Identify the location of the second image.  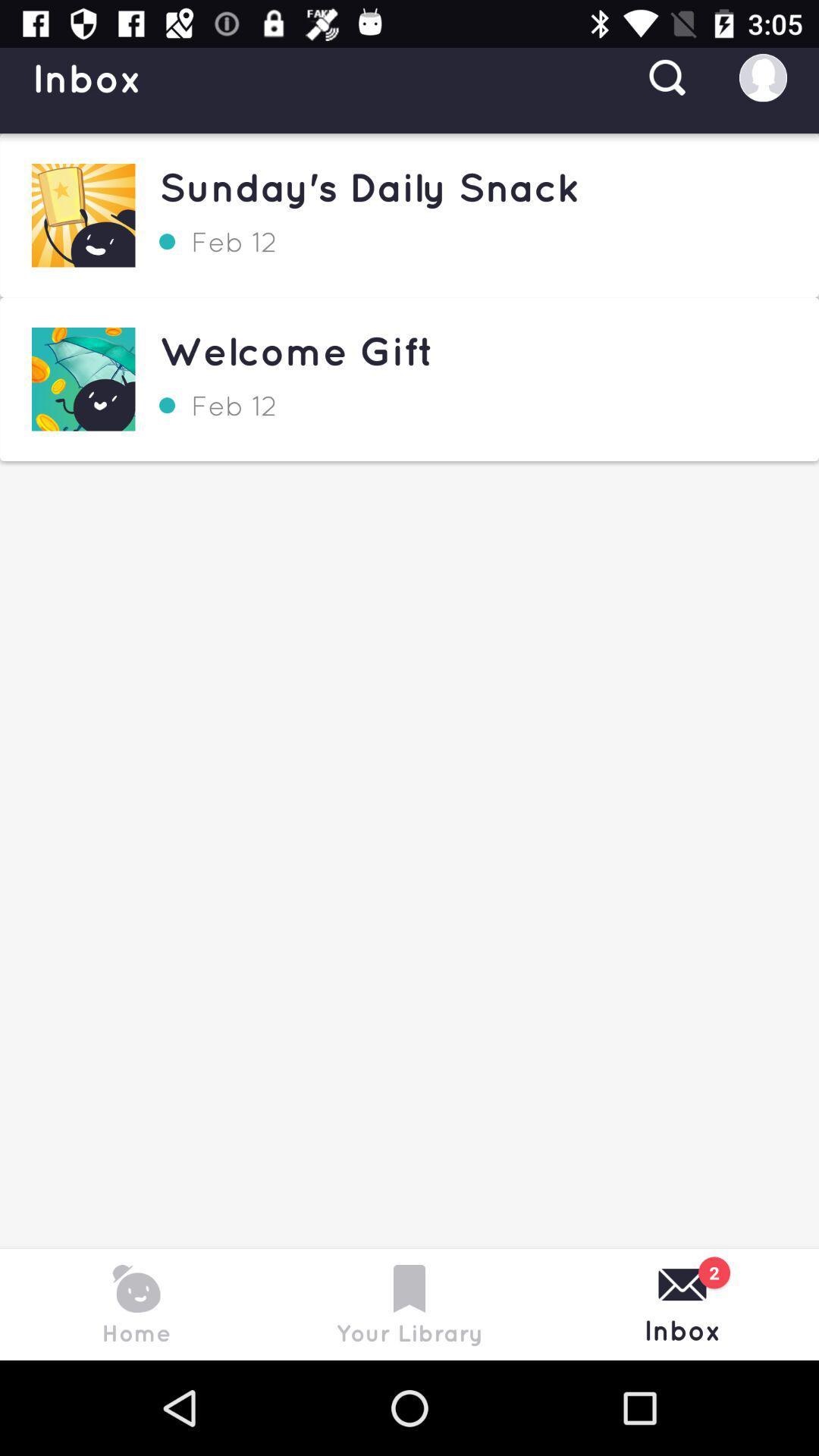
(83, 379).